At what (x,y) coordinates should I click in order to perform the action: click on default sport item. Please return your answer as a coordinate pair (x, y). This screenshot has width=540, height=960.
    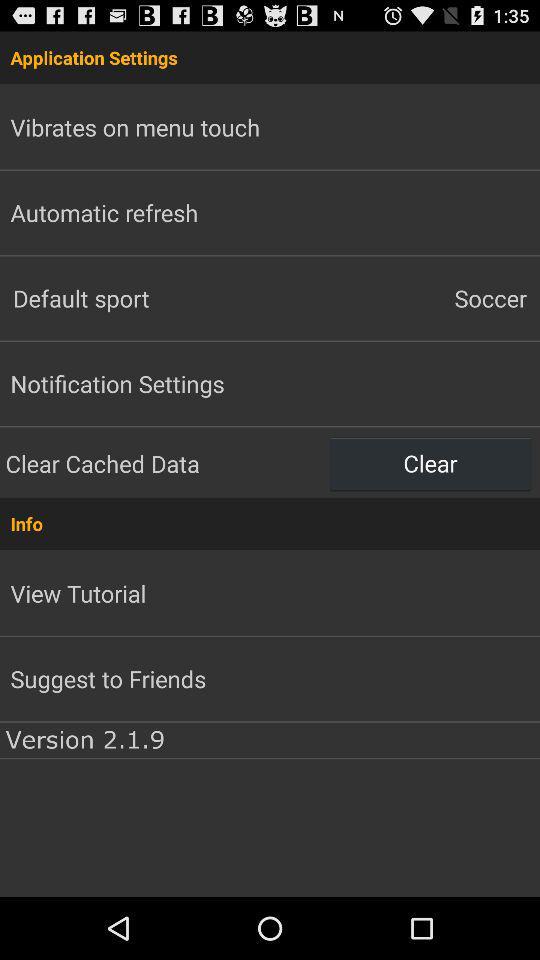
    Looking at the image, I should click on (135, 297).